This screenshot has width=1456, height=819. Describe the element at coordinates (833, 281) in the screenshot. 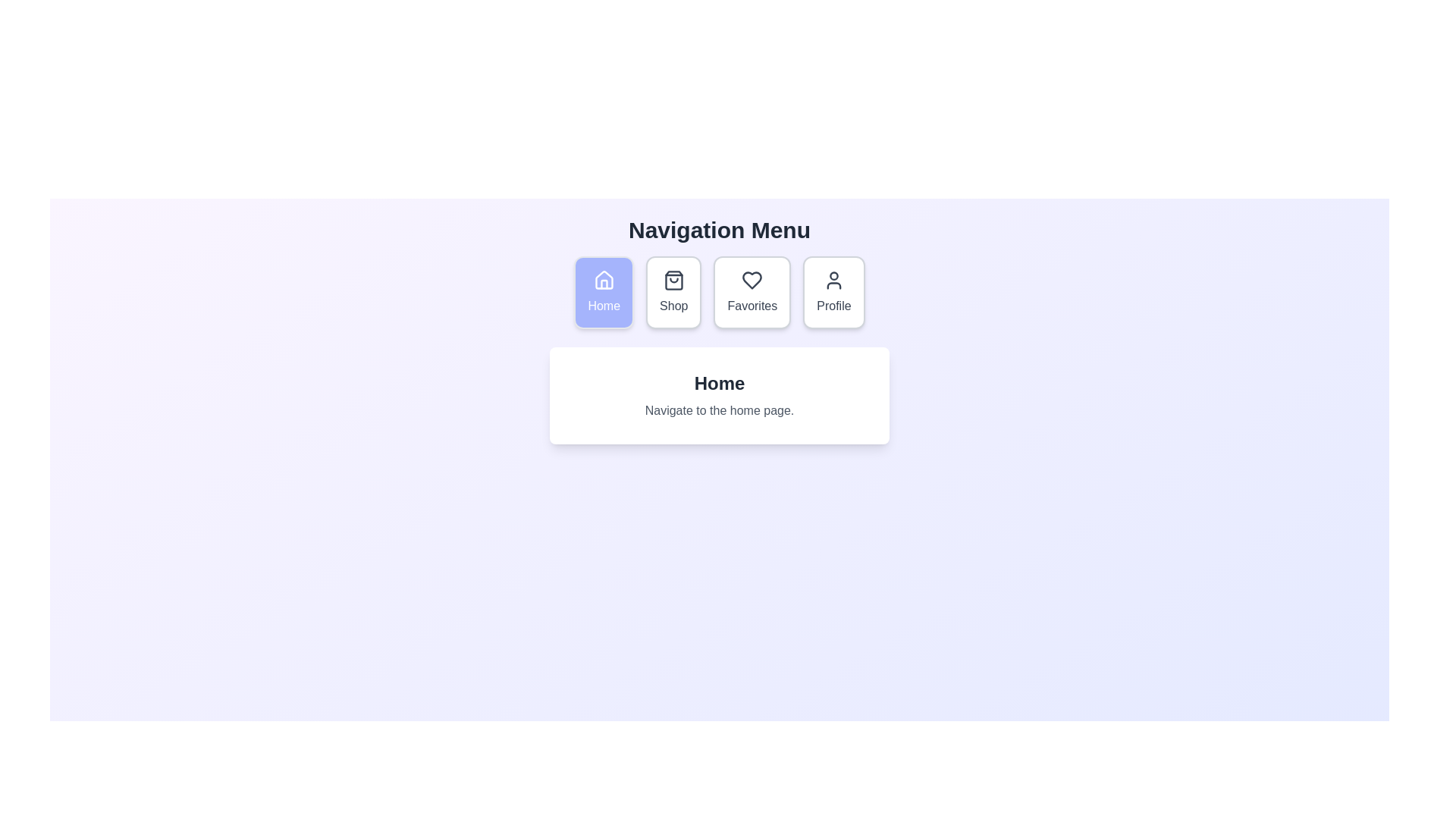

I see `the user icon located in the top right corner of the navigation menu within the 'Profile' card, which features a circular head and a partial rectangular body outline` at that location.